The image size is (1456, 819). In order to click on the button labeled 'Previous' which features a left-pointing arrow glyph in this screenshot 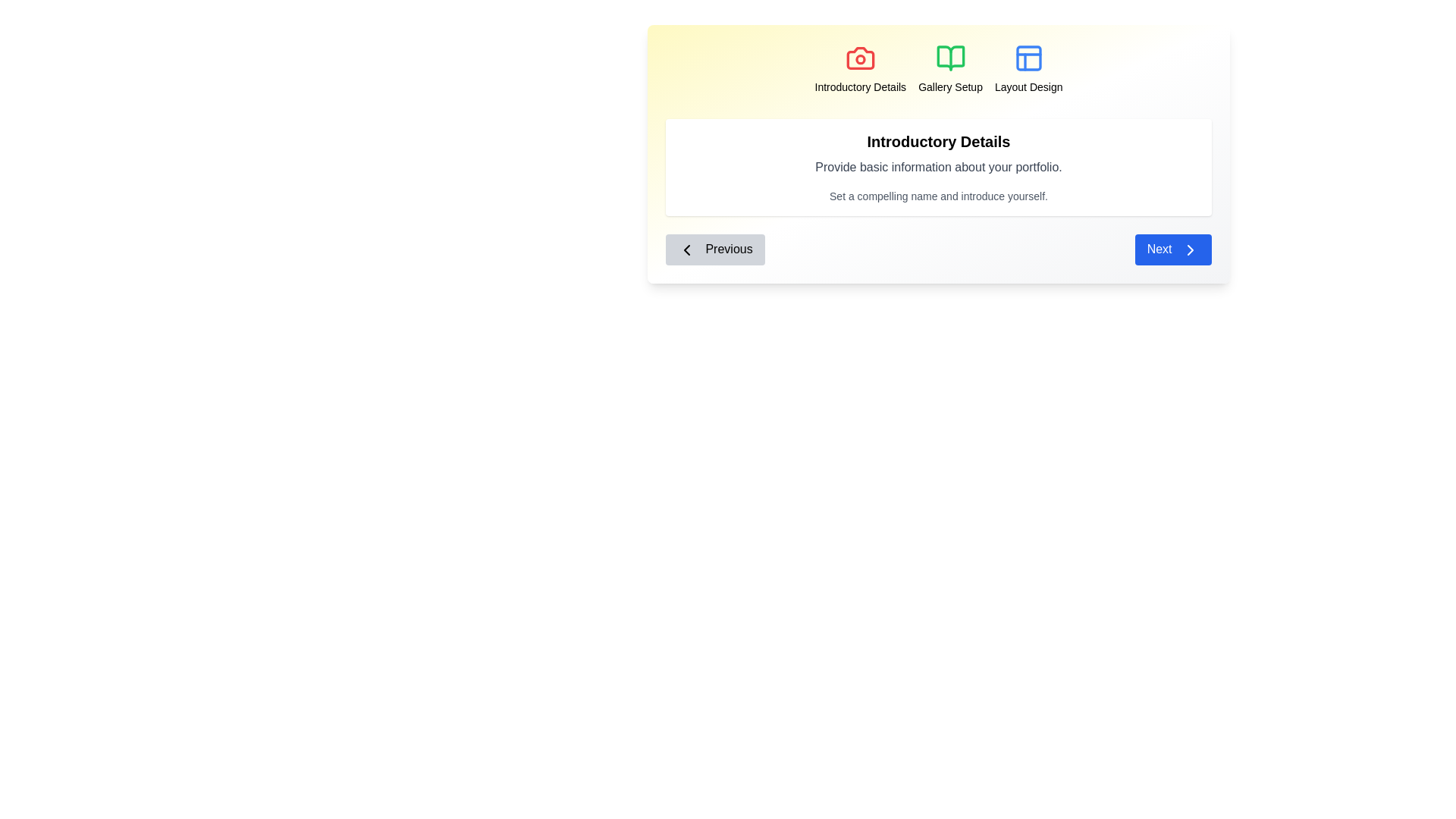, I will do `click(686, 248)`.